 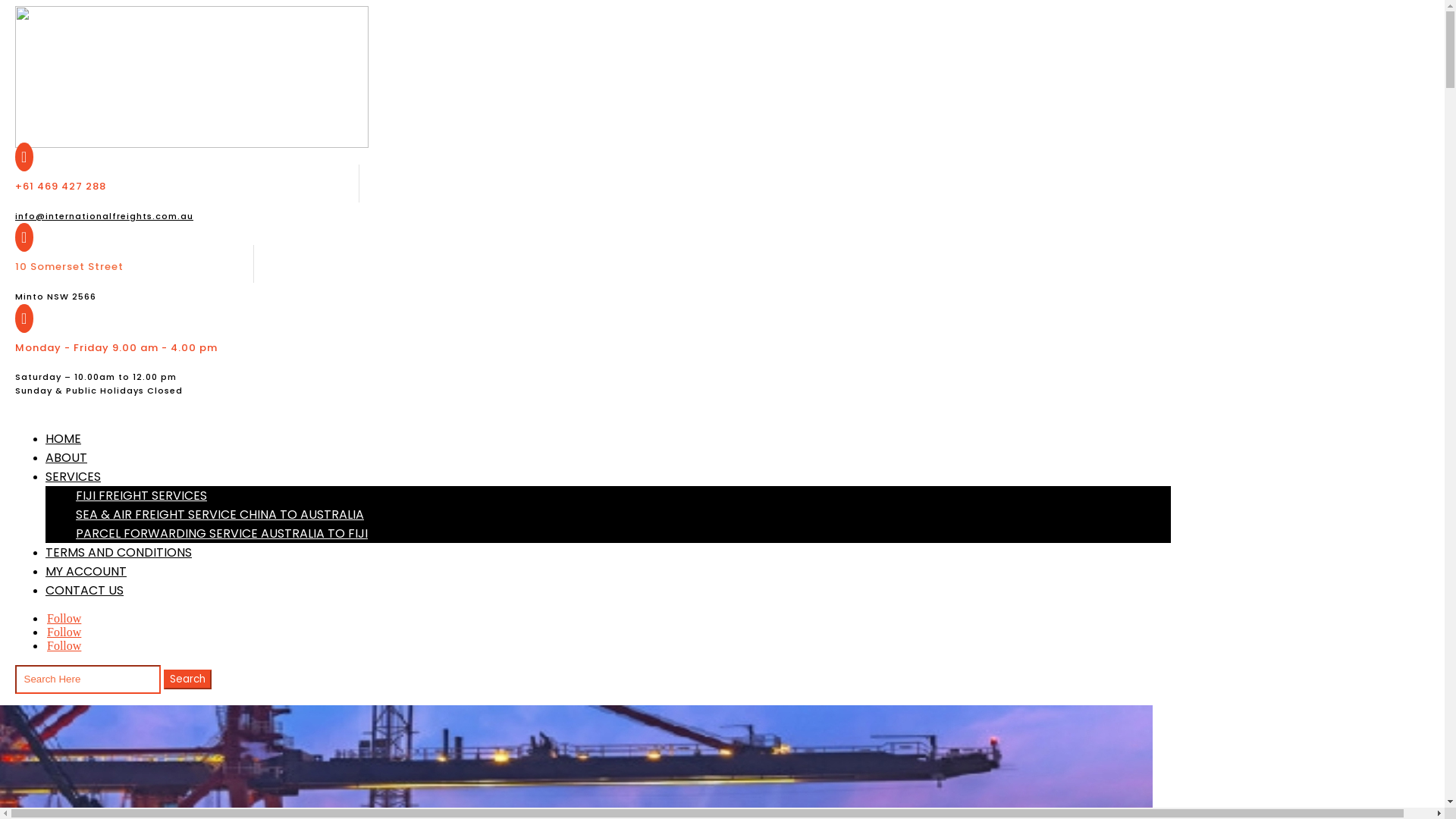 What do you see at coordinates (62, 438) in the screenshot?
I see `'HOME'` at bounding box center [62, 438].